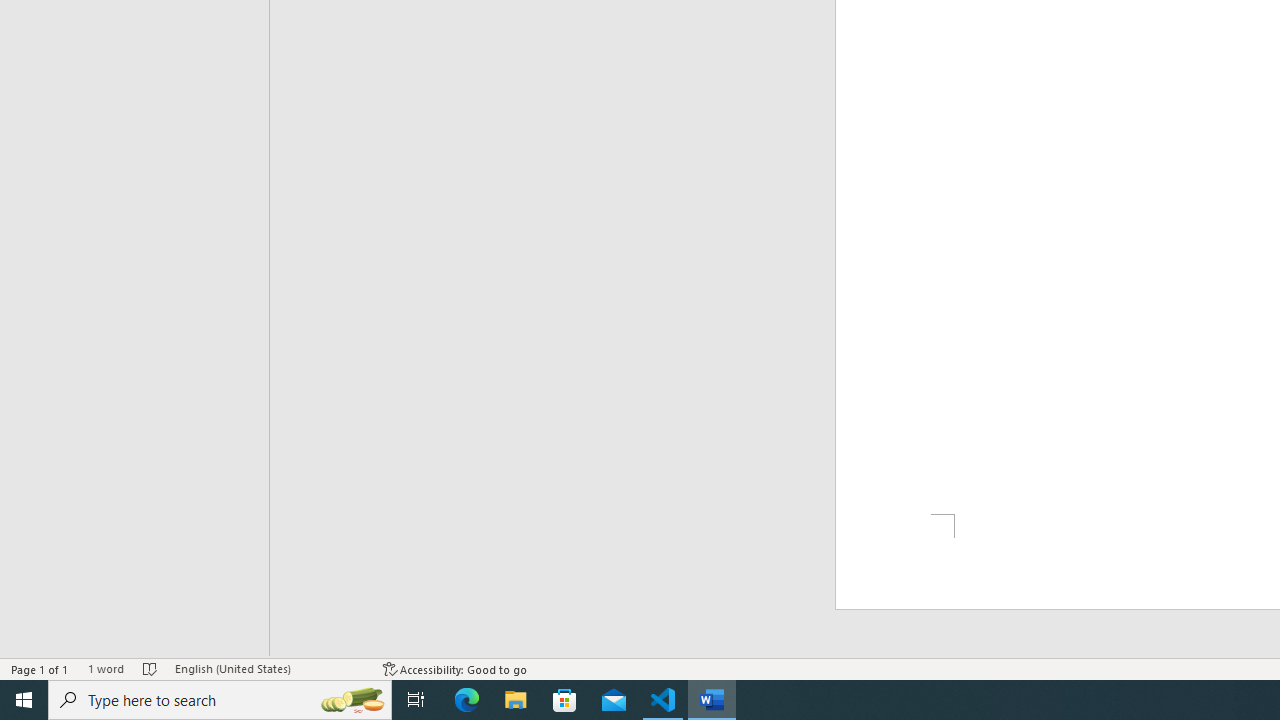  Describe the element at coordinates (466, 698) in the screenshot. I see `'Microsoft Edge'` at that location.